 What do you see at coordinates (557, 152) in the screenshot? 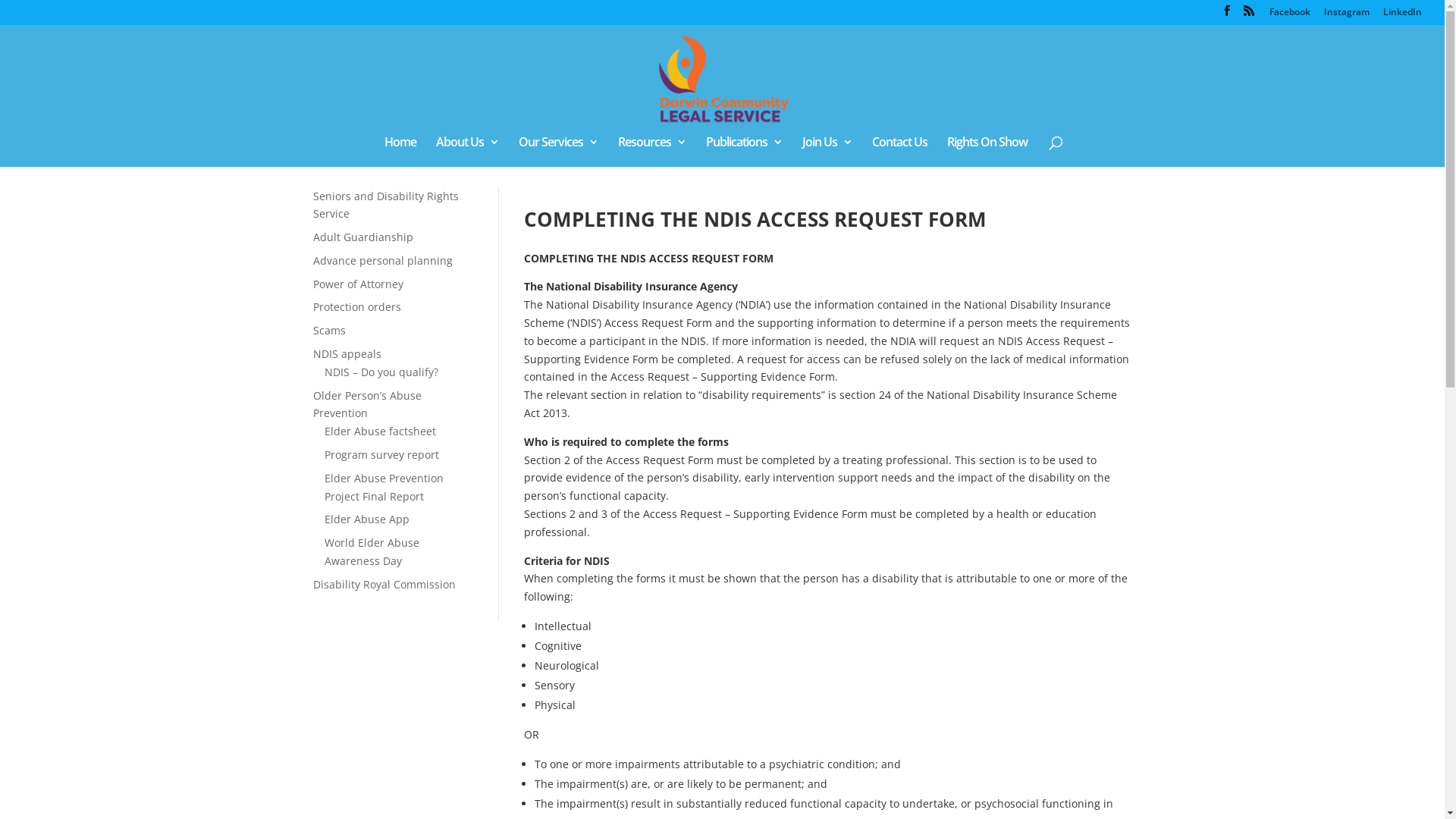
I see `'Our Services'` at bounding box center [557, 152].